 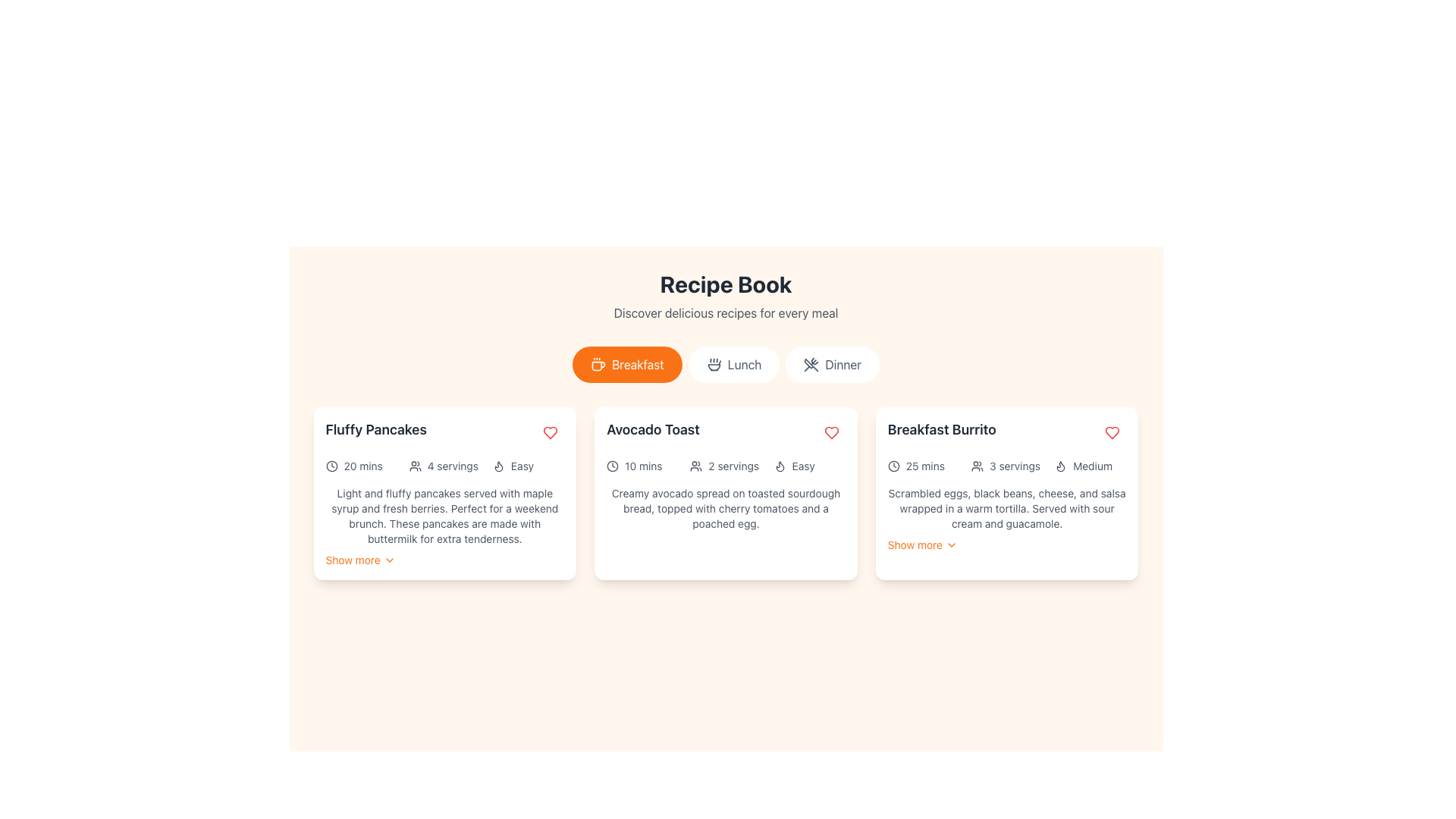 What do you see at coordinates (893, 465) in the screenshot?
I see `the SVG Circle element that is styled with a thin stroke and is located at the center of the clock symbol in the Recipe Book interface` at bounding box center [893, 465].